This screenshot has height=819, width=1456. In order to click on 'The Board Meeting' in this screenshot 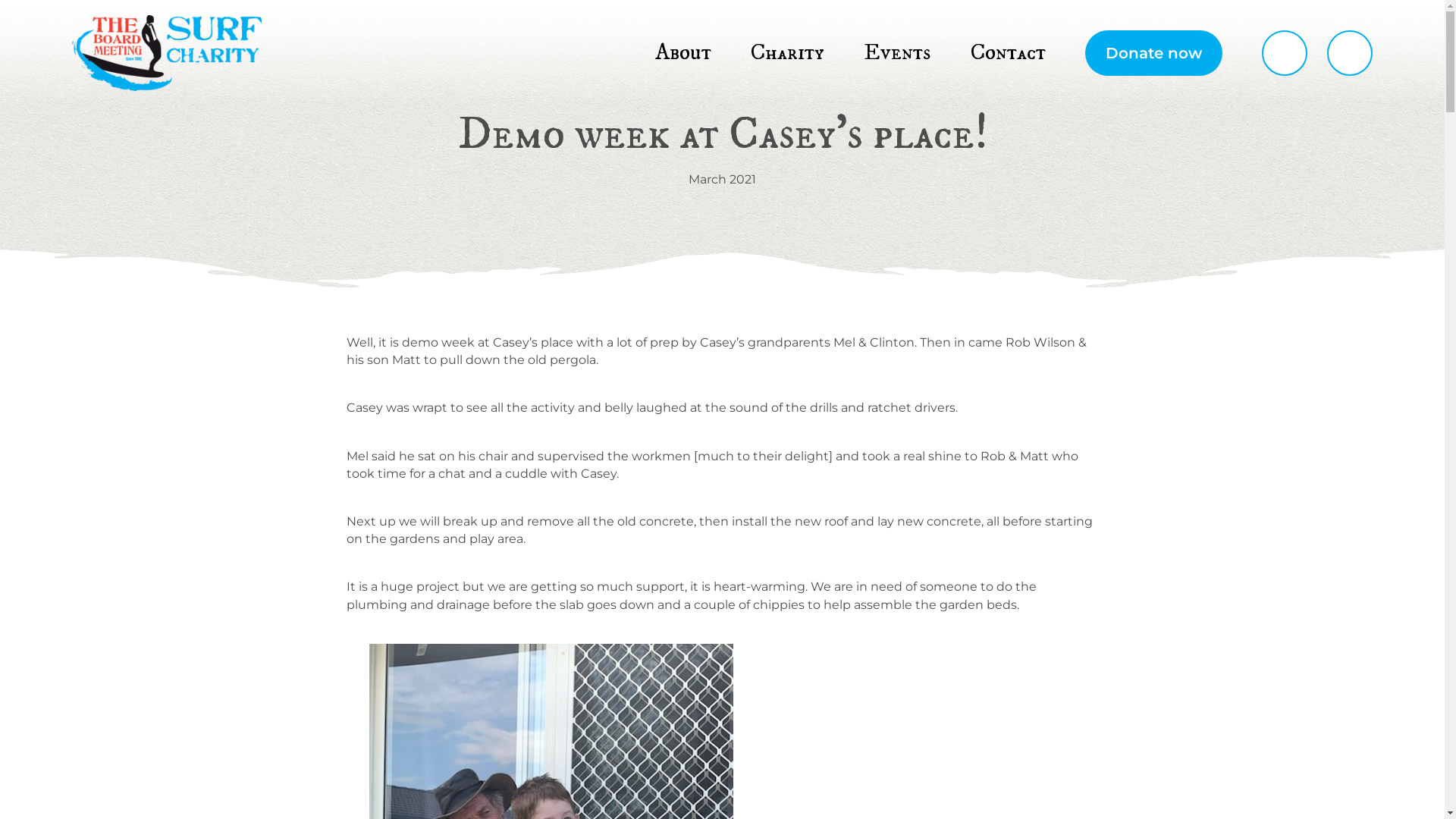, I will do `click(167, 52)`.